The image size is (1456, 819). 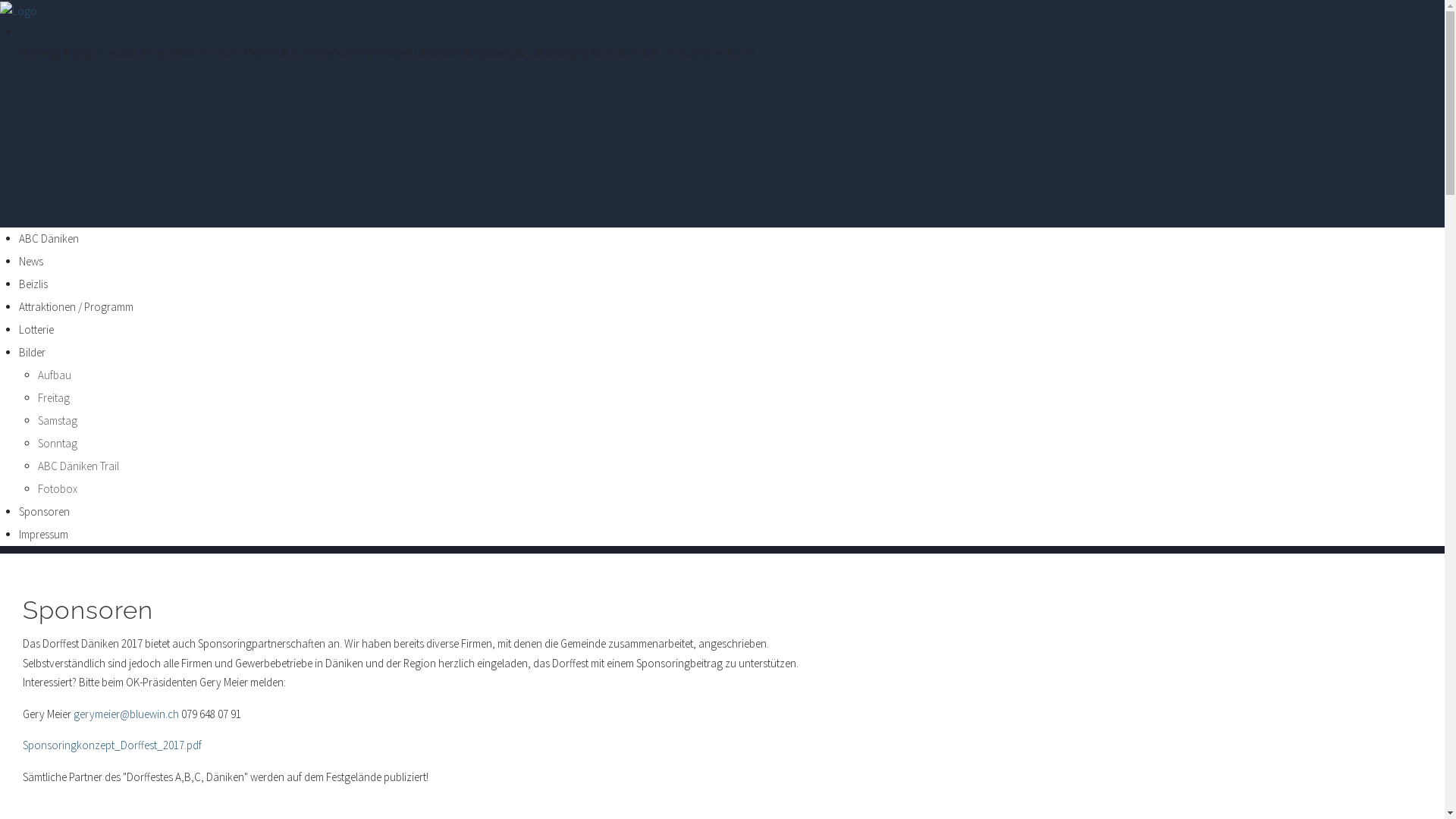 What do you see at coordinates (37, 443) in the screenshot?
I see `'Sonntag'` at bounding box center [37, 443].